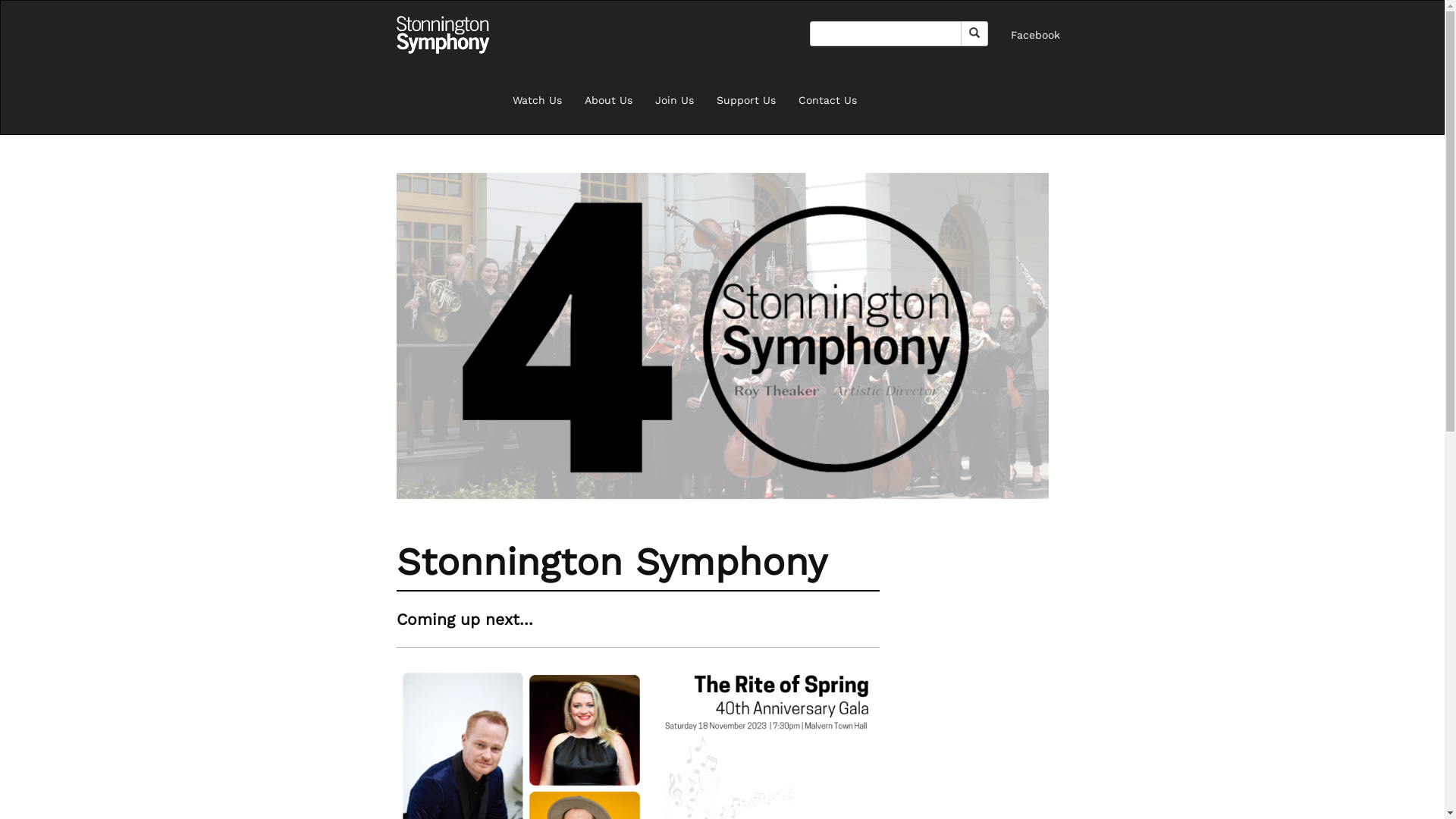  I want to click on 'About Us', so click(572, 99).